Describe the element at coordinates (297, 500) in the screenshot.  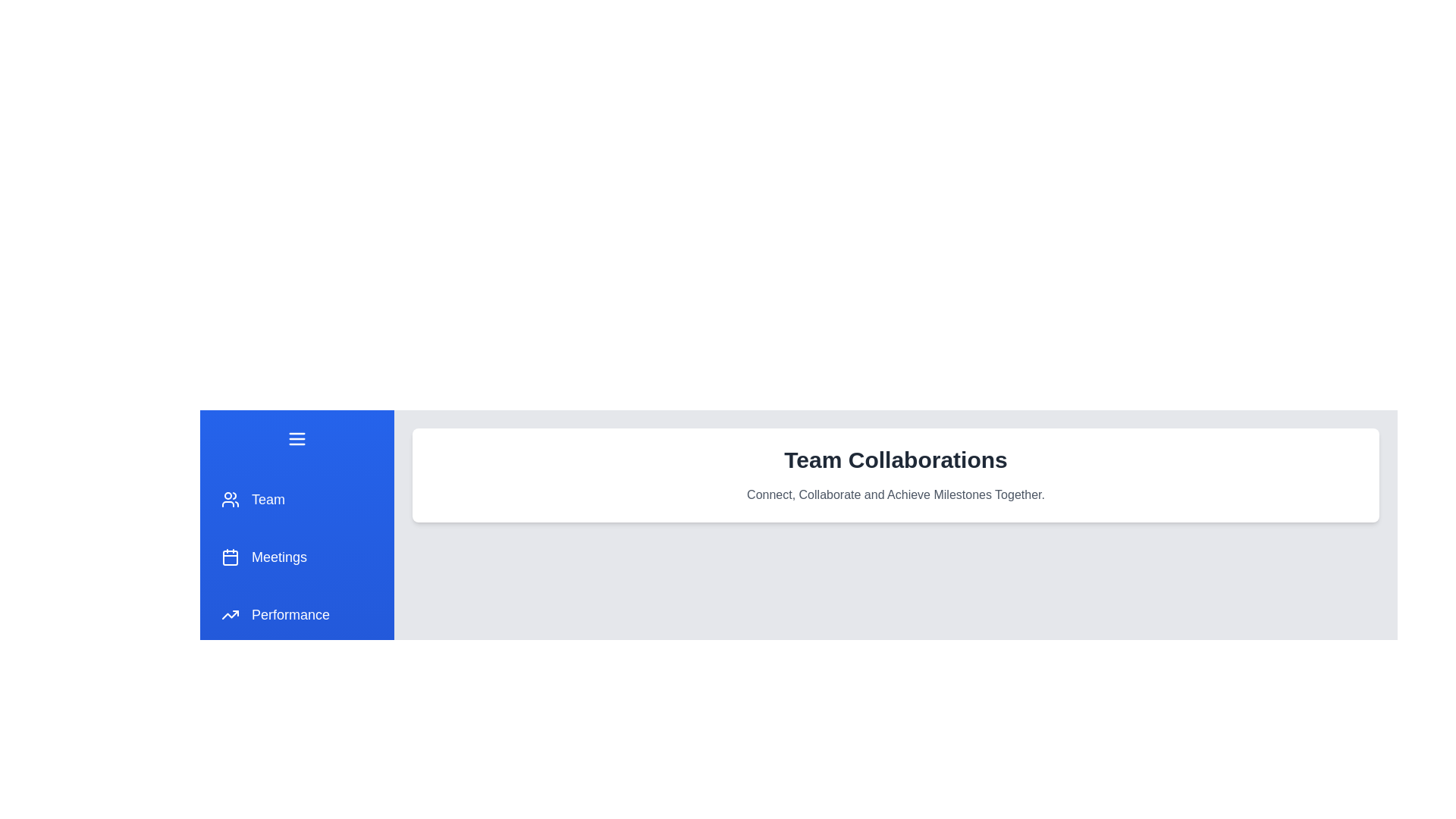
I see `the menu item Team from the drawer` at that location.